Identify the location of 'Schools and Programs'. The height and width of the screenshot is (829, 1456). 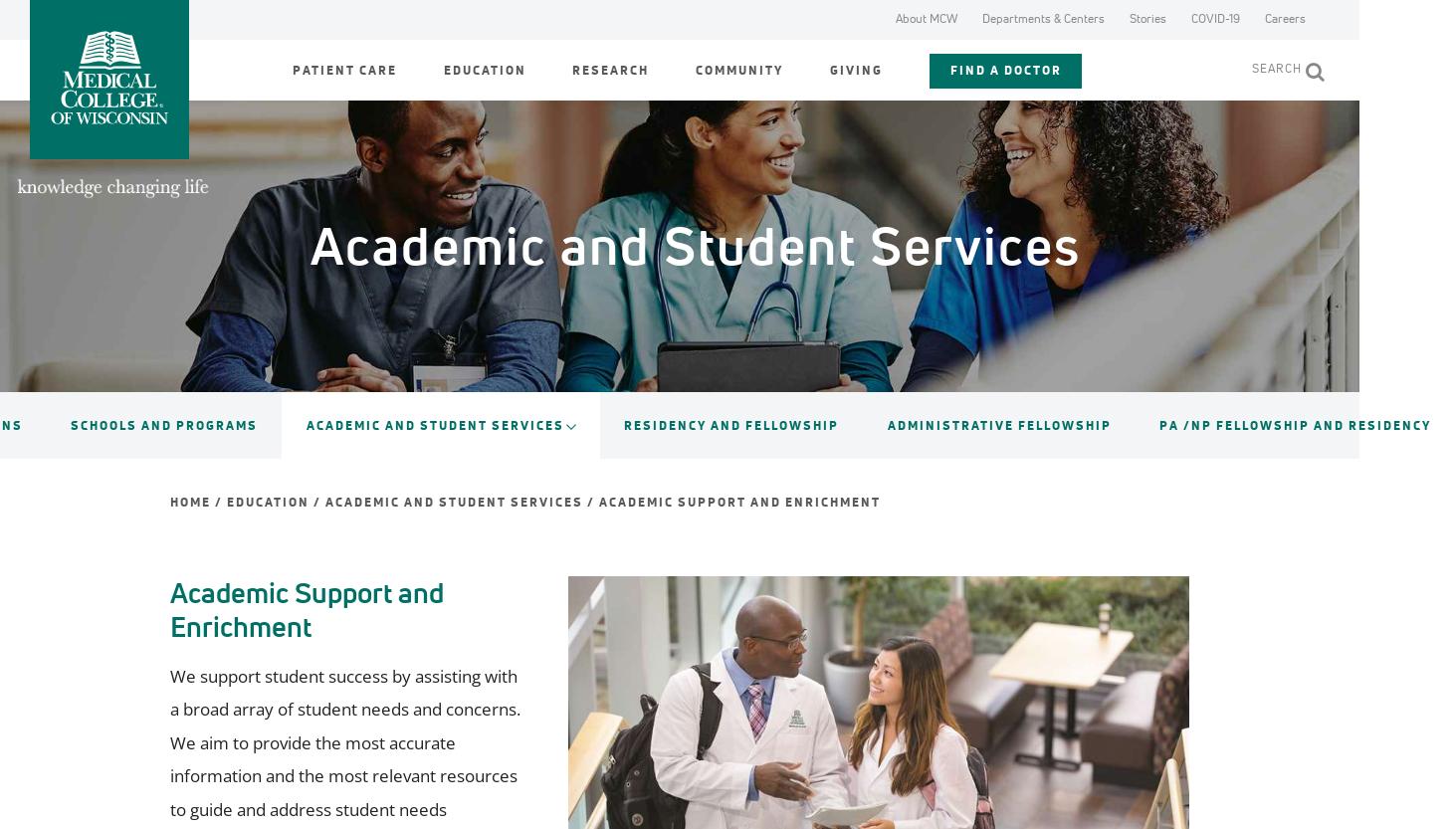
(164, 423).